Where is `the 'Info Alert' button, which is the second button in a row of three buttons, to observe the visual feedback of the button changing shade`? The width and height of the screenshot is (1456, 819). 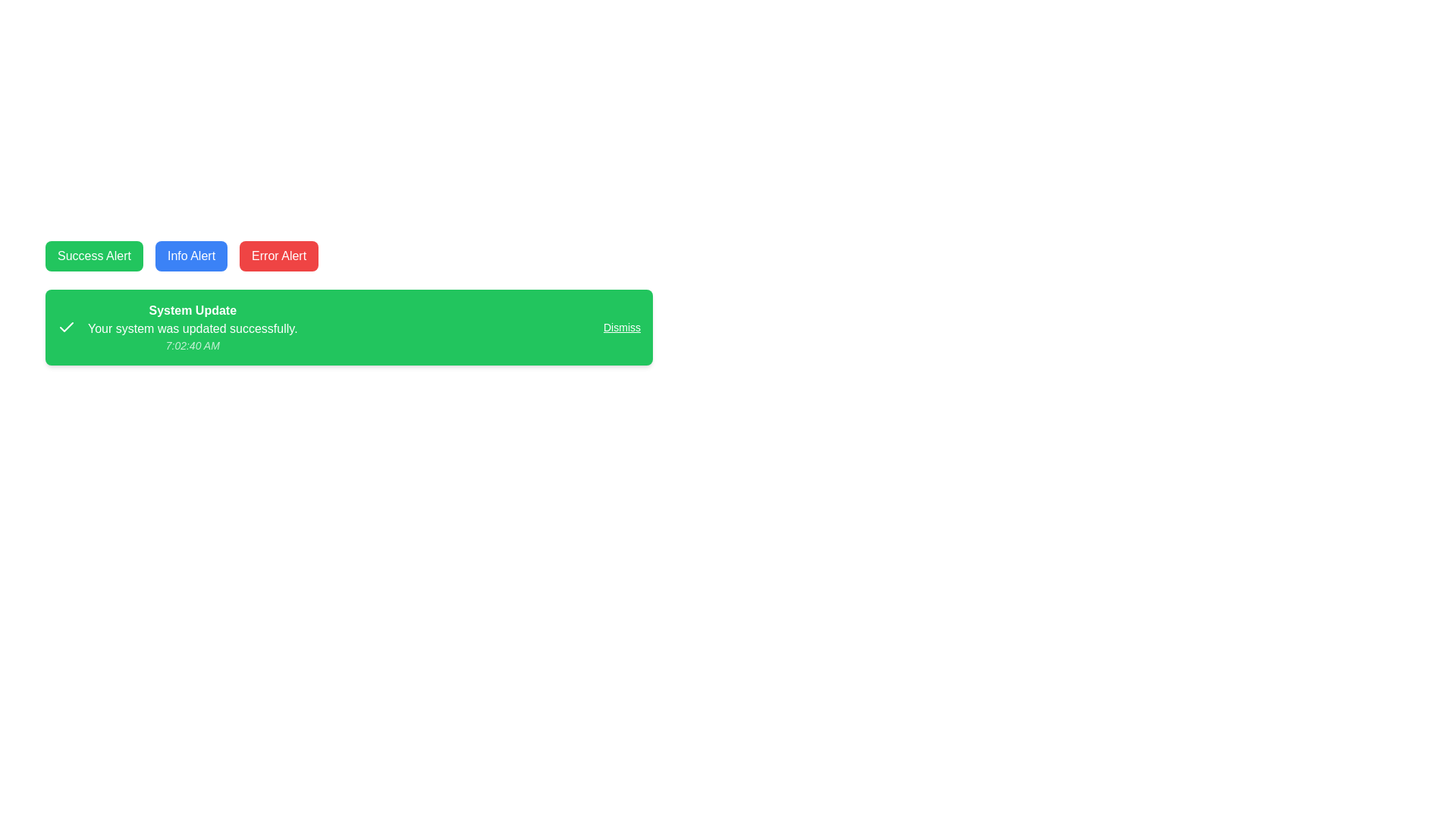 the 'Info Alert' button, which is the second button in a row of three buttons, to observe the visual feedback of the button changing shade is located at coordinates (190, 256).